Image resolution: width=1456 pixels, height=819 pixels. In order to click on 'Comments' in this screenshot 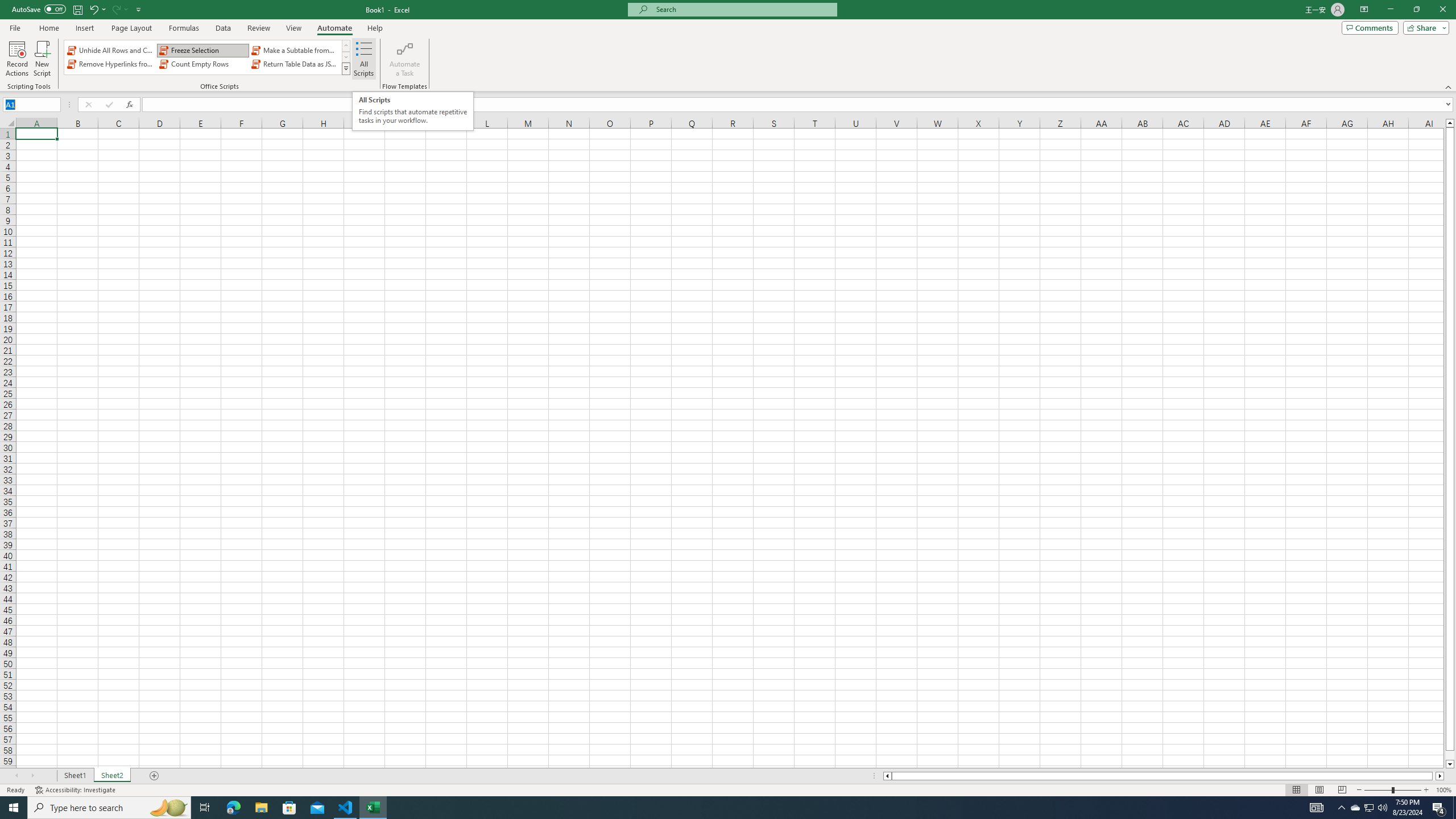, I will do `click(1370, 27)`.